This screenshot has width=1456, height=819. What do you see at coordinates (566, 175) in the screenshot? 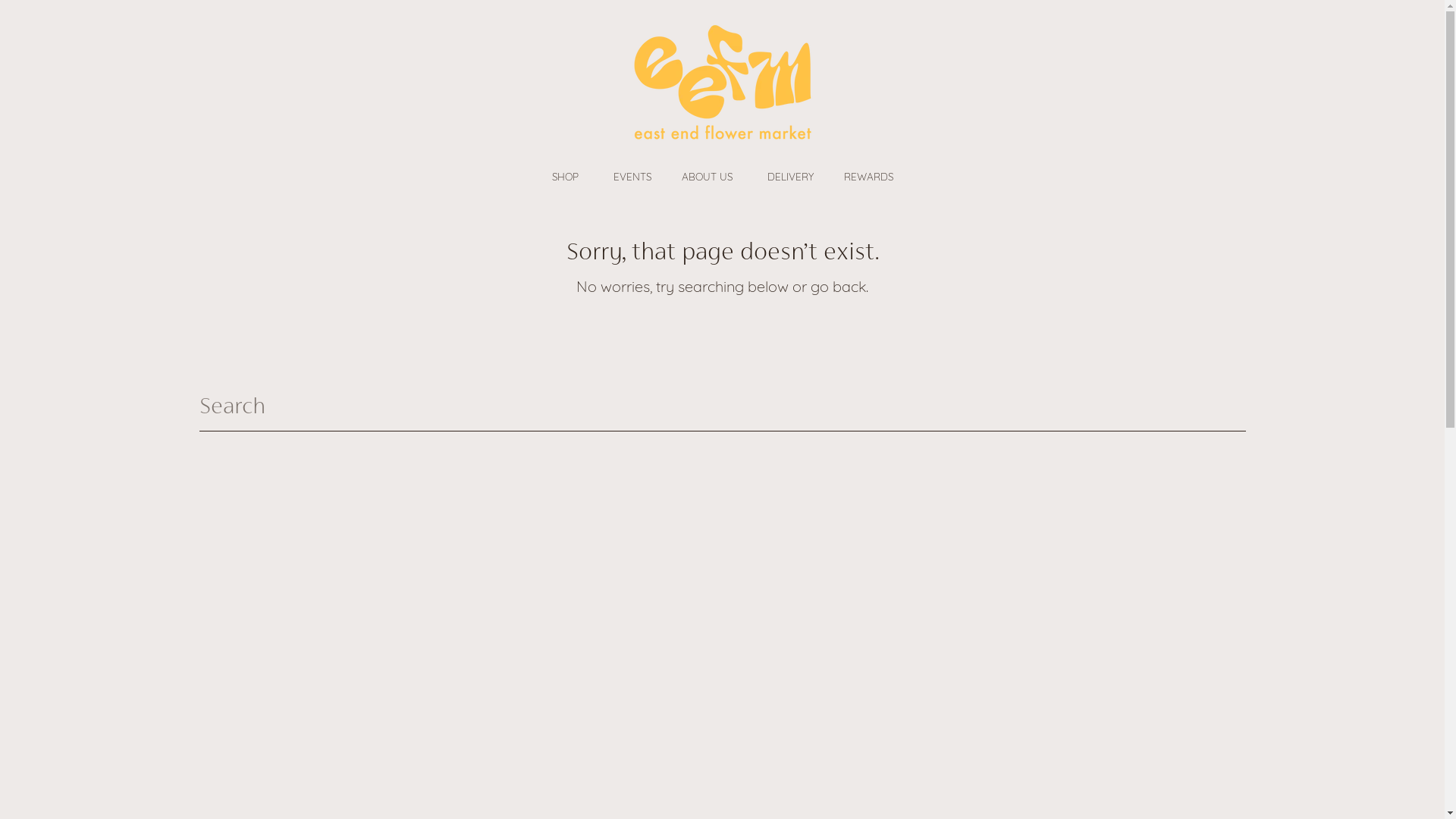
I see `'SHOP'` at bounding box center [566, 175].